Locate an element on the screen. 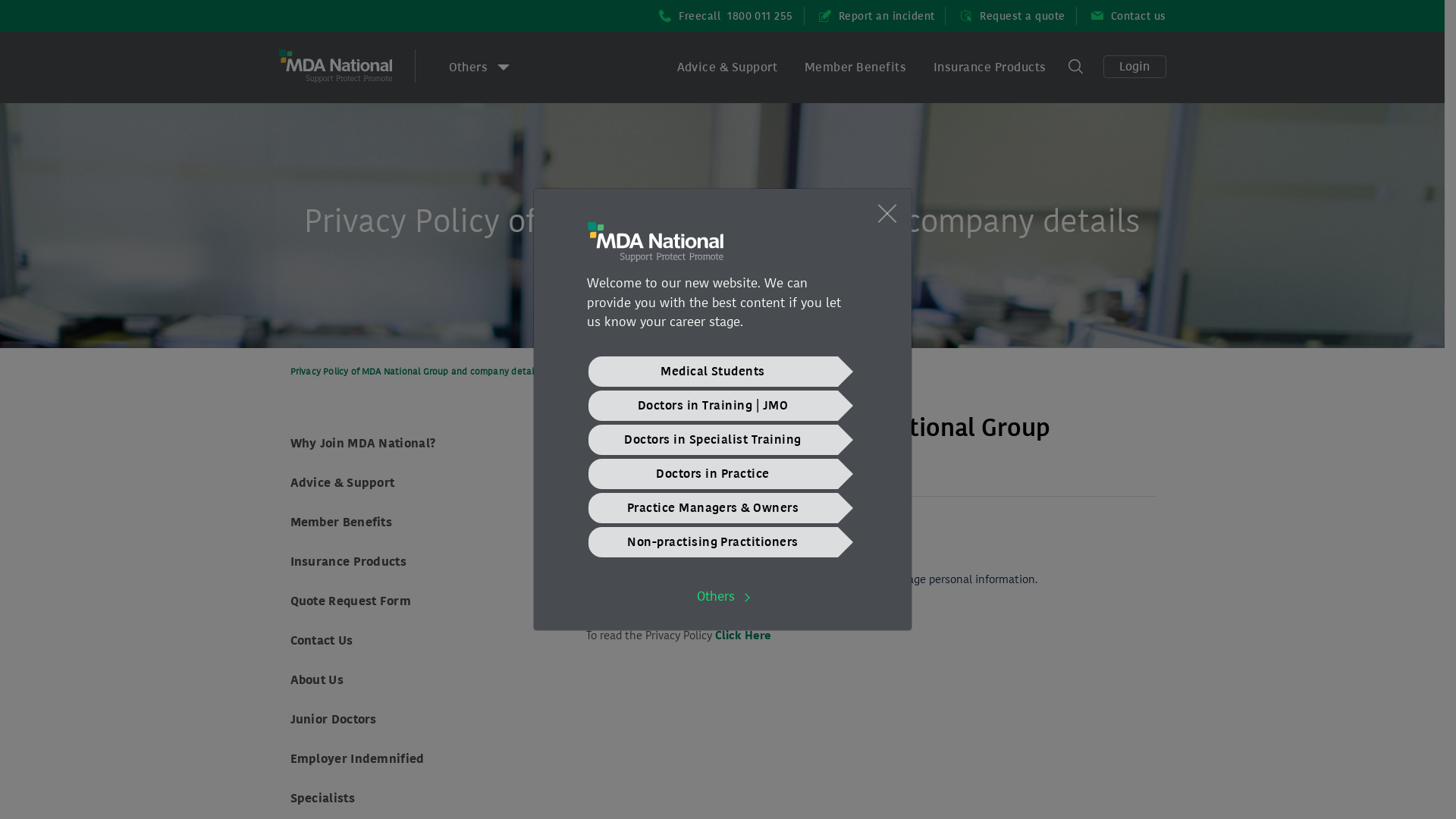 The height and width of the screenshot is (819, 1456). 'Quote Request Form' is located at coordinates (290, 600).